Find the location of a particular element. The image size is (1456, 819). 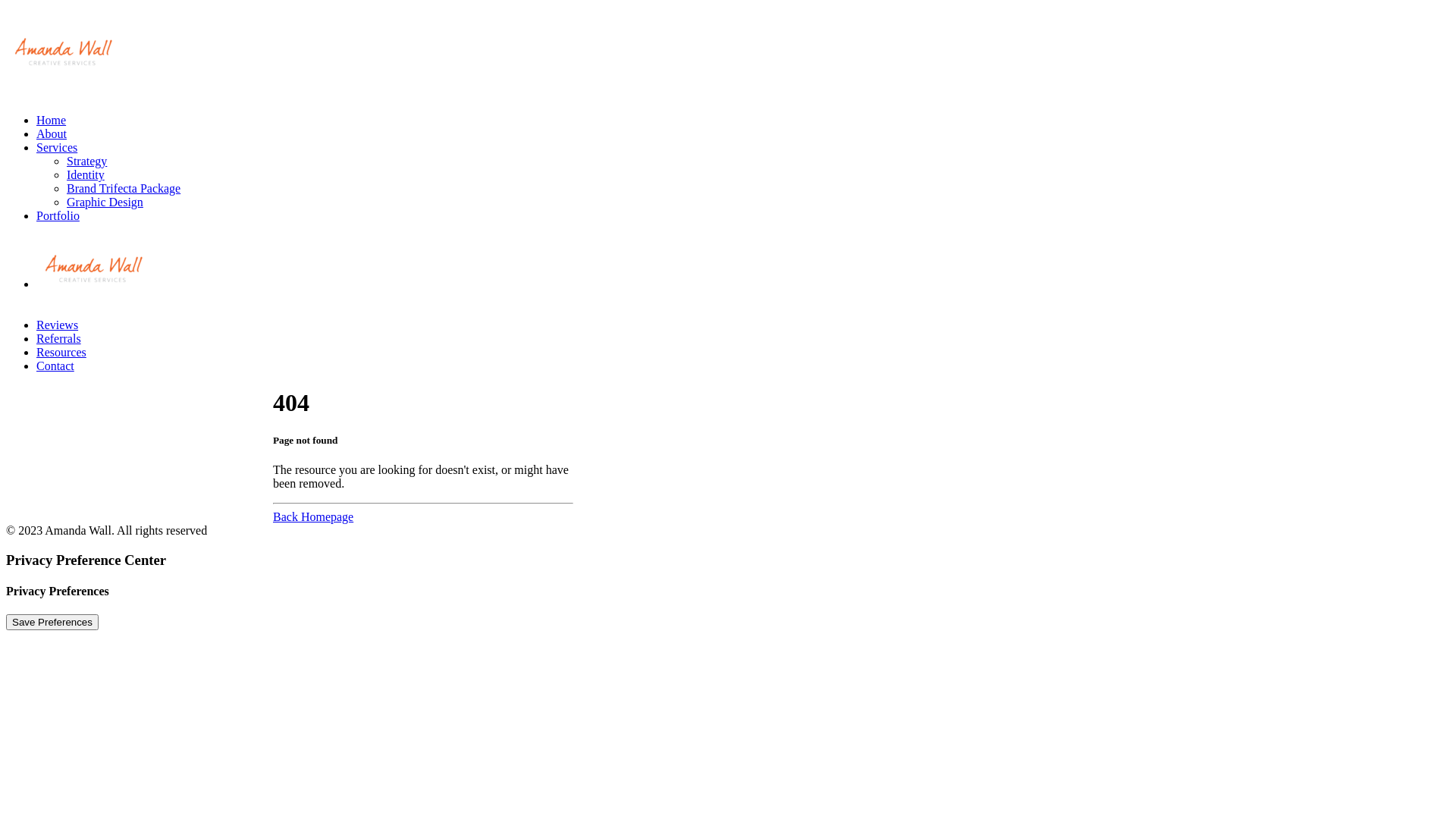

'Services' is located at coordinates (57, 147).